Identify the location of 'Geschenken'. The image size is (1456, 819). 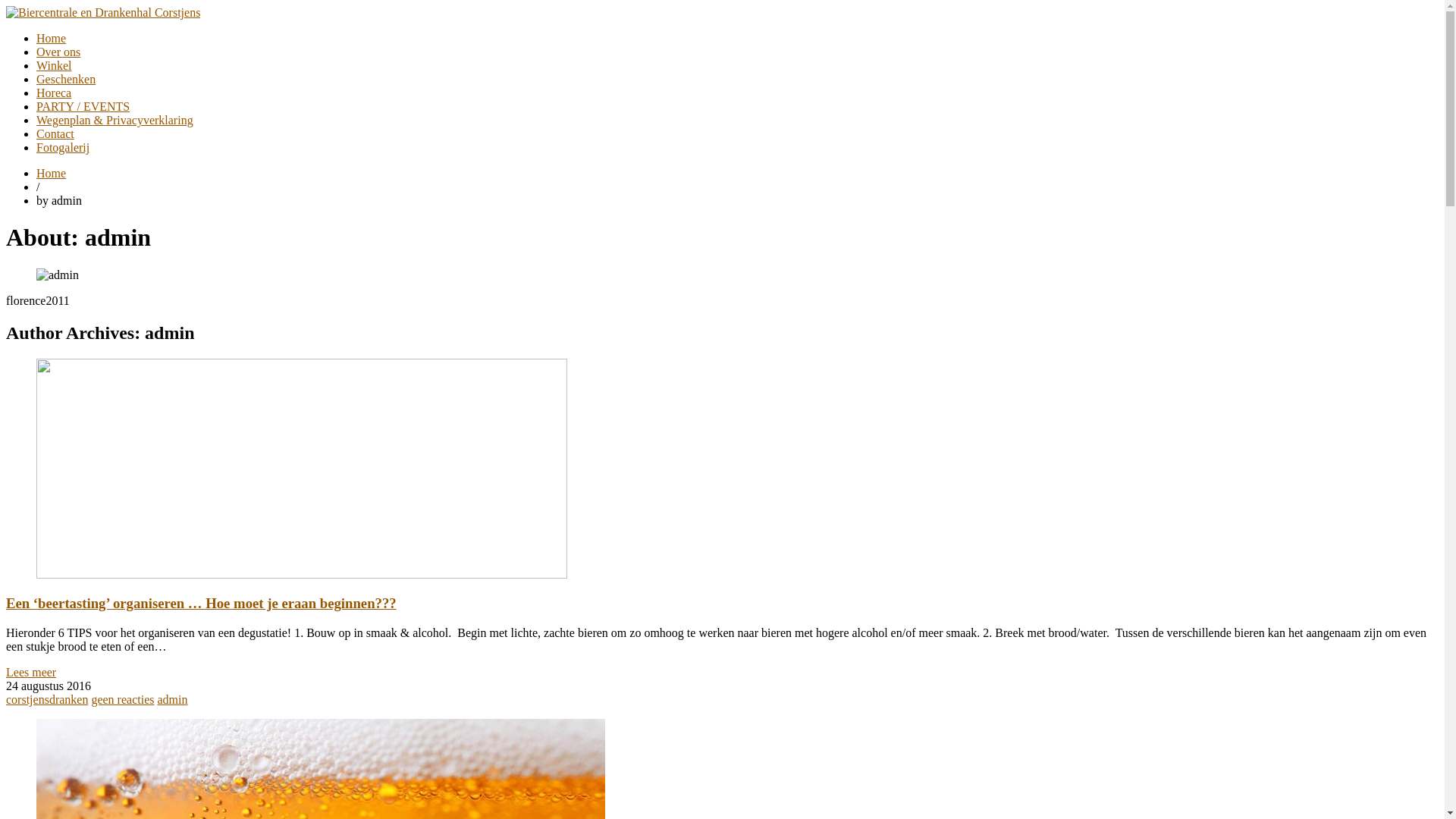
(36, 79).